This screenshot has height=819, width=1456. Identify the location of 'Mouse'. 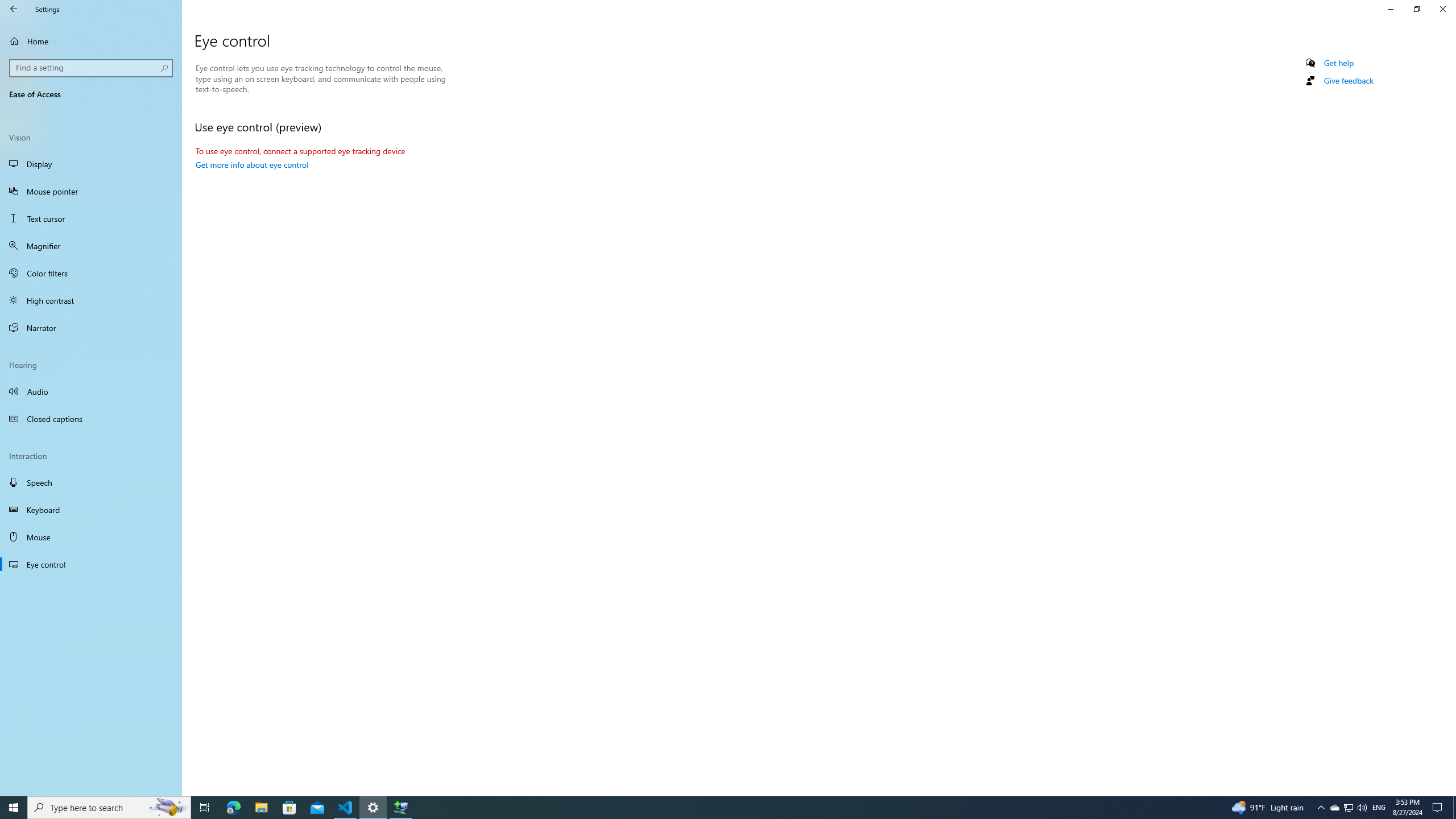
(90, 536).